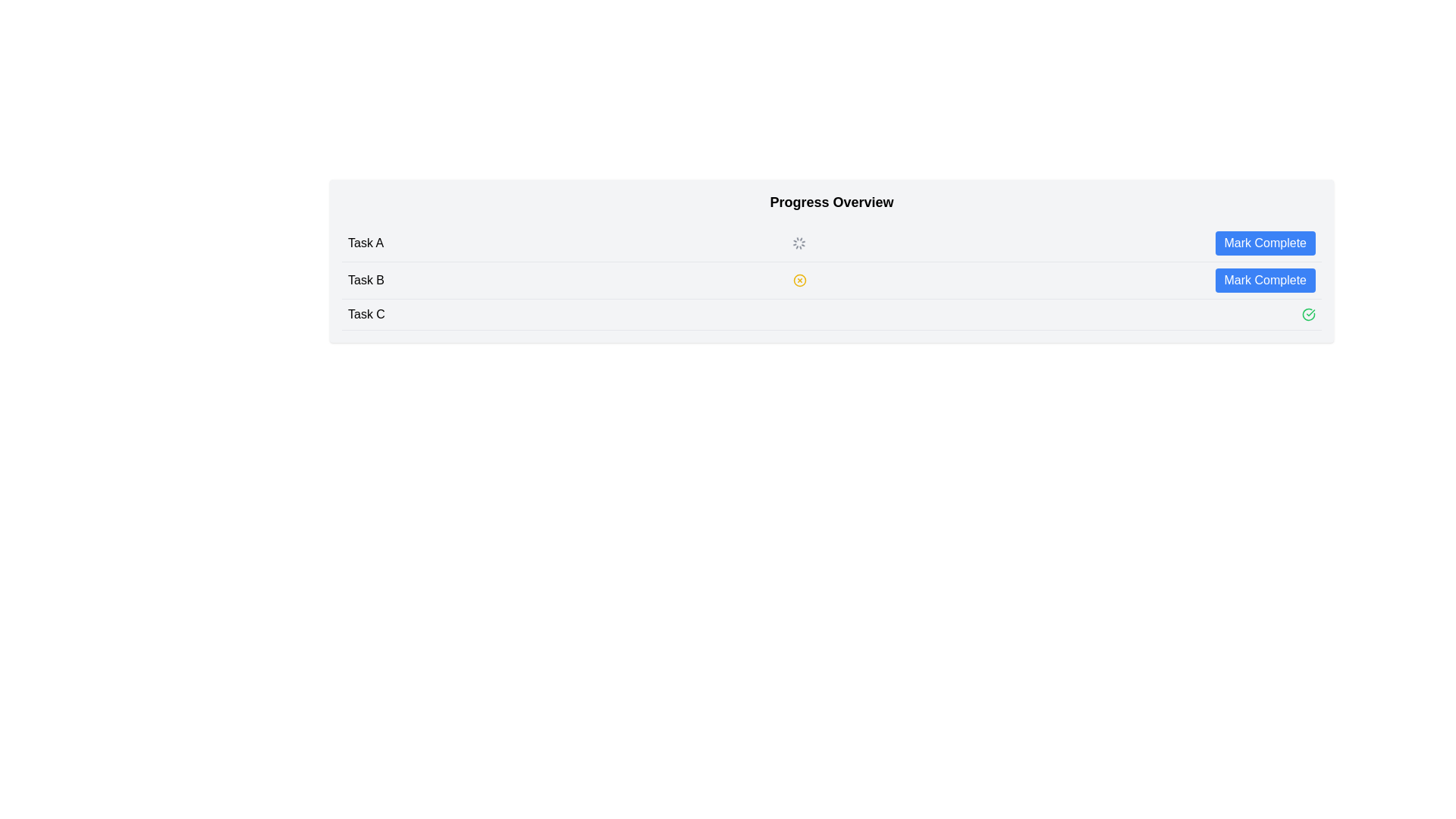 The image size is (1456, 819). Describe the element at coordinates (799, 242) in the screenshot. I see `the loading spinner icon indicating the progress of Task A, which is the second item in the task progress overview table, located between the task label and the 'Mark Complete' button` at that location.